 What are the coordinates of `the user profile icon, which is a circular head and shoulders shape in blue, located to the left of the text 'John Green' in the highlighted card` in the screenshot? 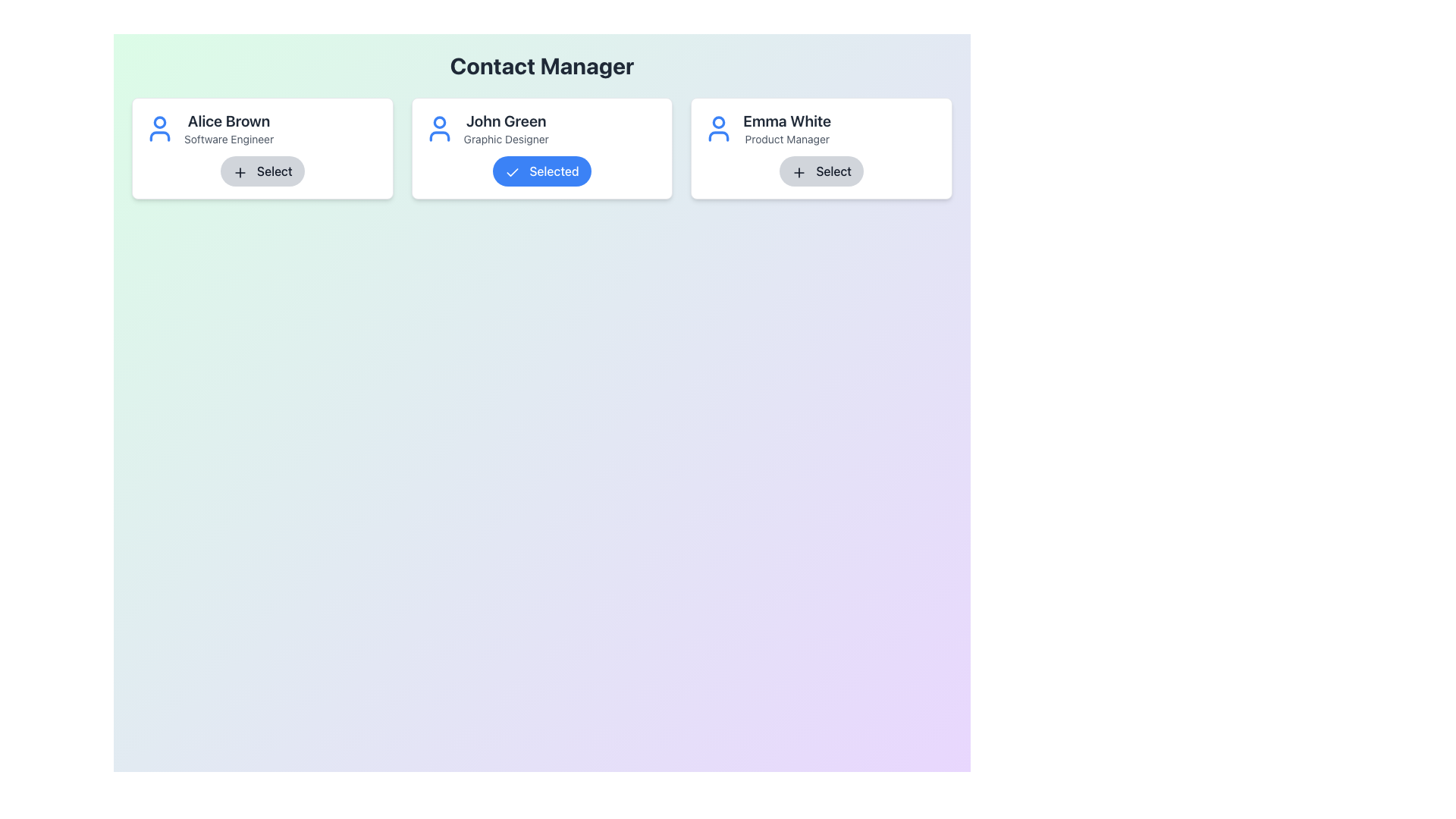 It's located at (438, 127).